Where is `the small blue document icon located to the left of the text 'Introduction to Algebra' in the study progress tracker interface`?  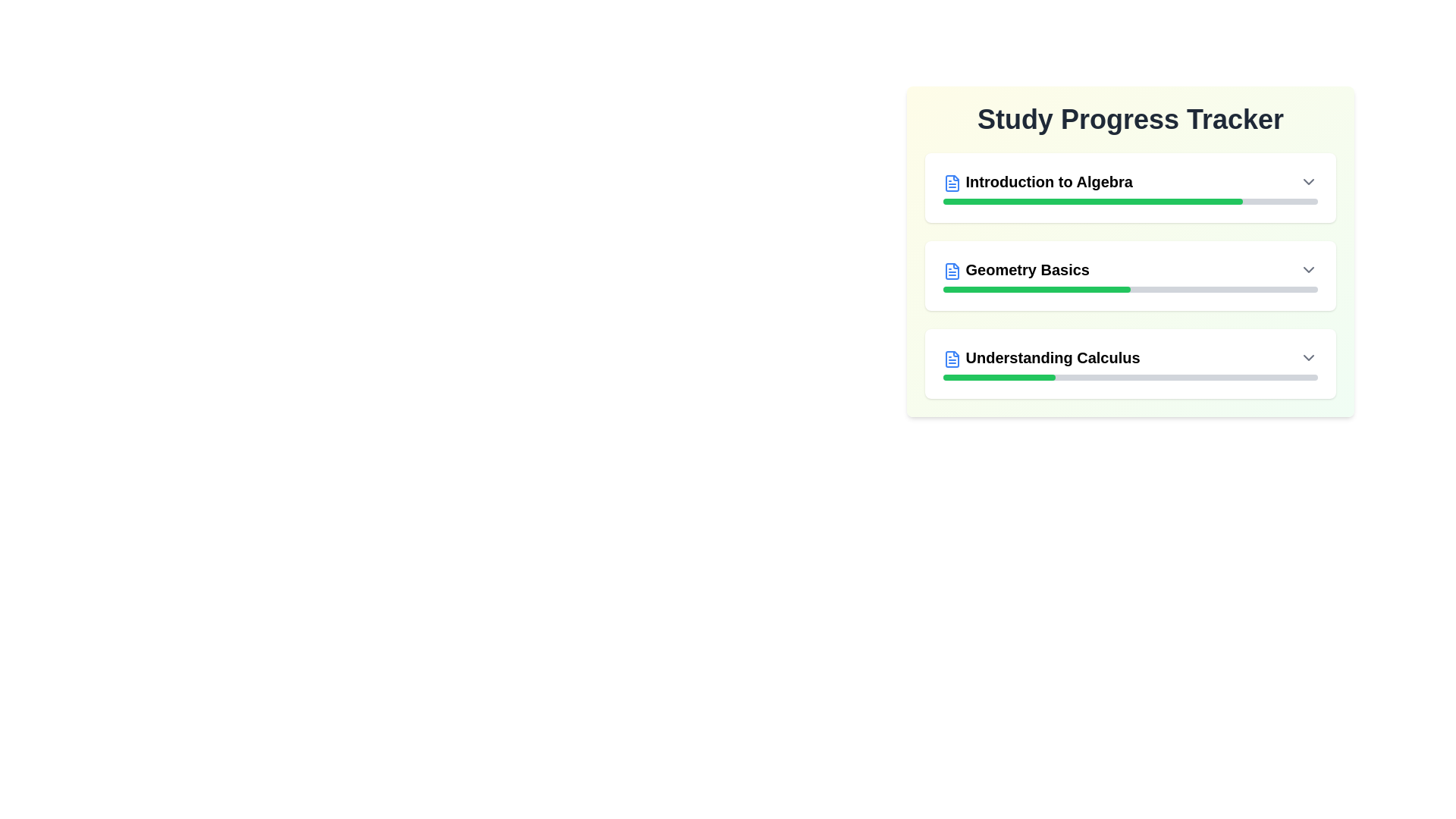 the small blue document icon located to the left of the text 'Introduction to Algebra' in the study progress tracker interface is located at coordinates (952, 181).